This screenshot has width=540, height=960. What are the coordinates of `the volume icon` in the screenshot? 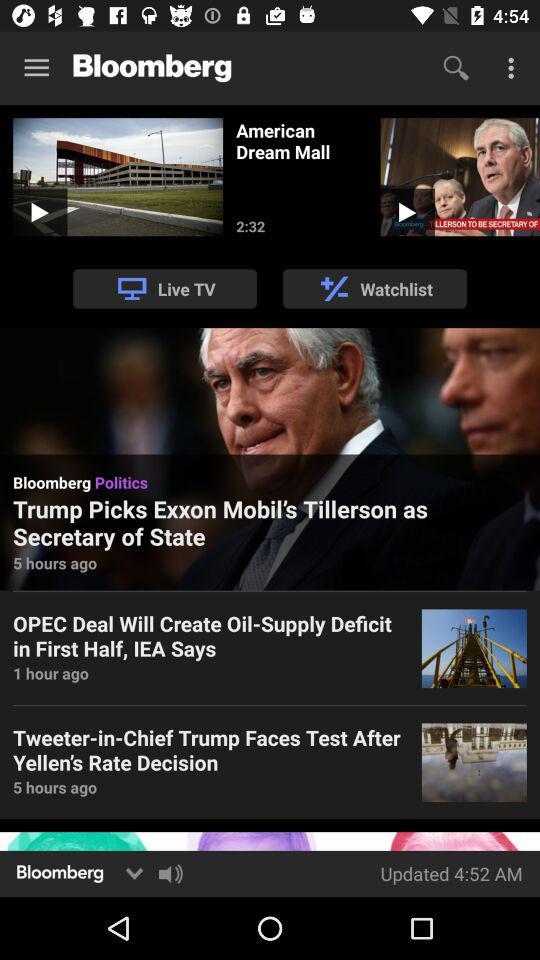 It's located at (172, 872).